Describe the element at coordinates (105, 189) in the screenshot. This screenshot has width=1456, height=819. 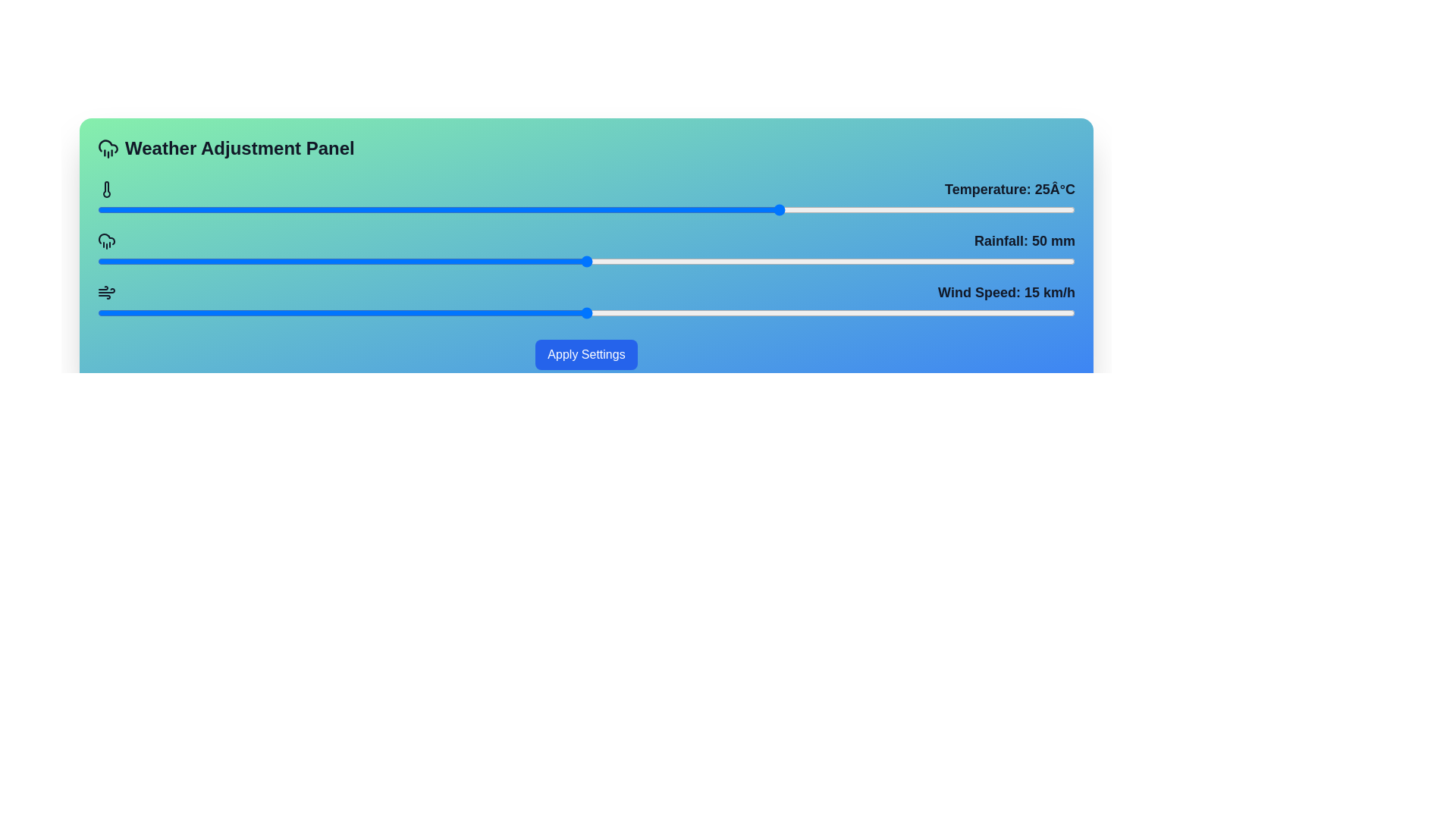
I see `the thermometer icon located on the left side of the panel, below the 'Weather Adjustment Panel' text and adjacent to a horizontal blue bar` at that location.